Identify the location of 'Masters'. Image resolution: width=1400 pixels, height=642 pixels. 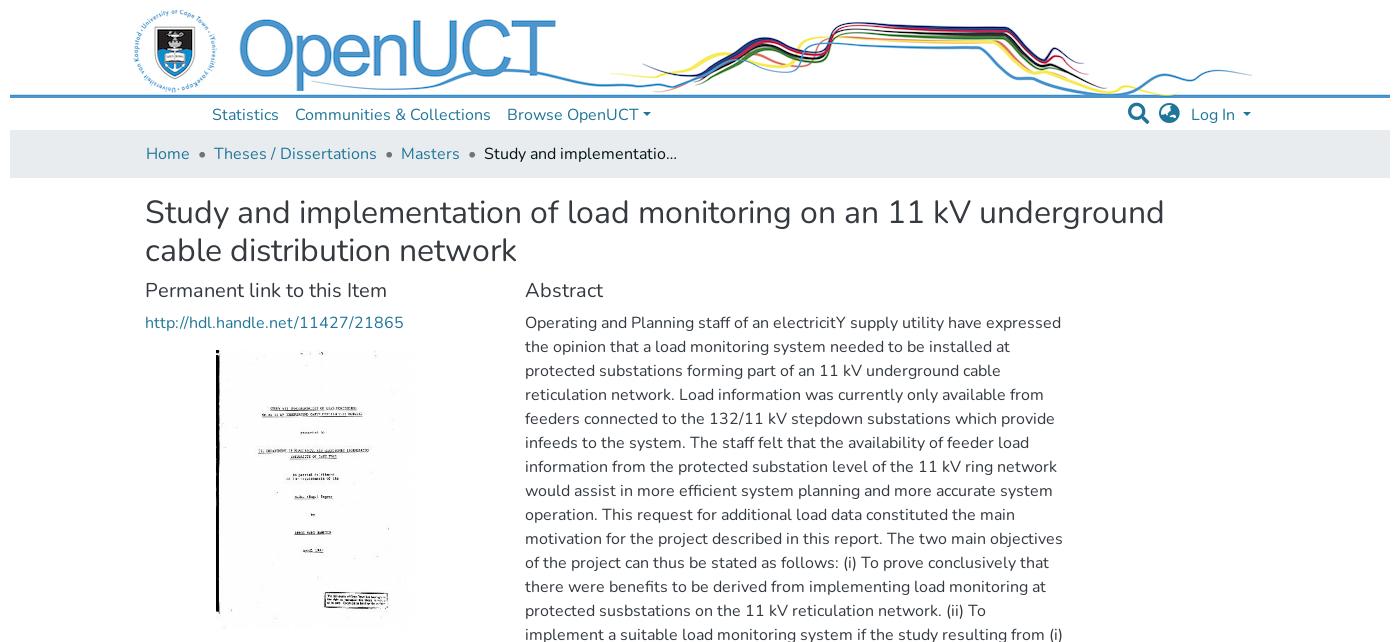
(430, 154).